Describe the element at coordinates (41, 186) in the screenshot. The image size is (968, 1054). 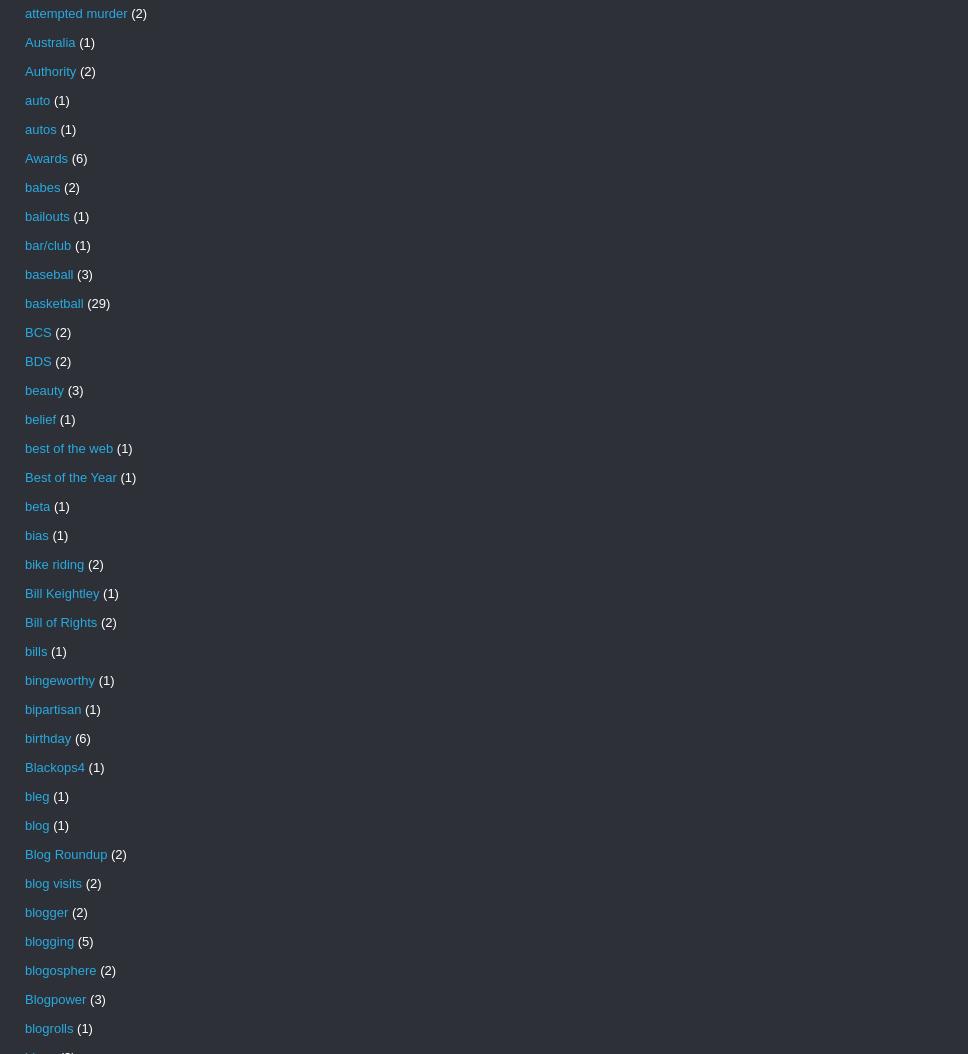
I see `'babes'` at that location.